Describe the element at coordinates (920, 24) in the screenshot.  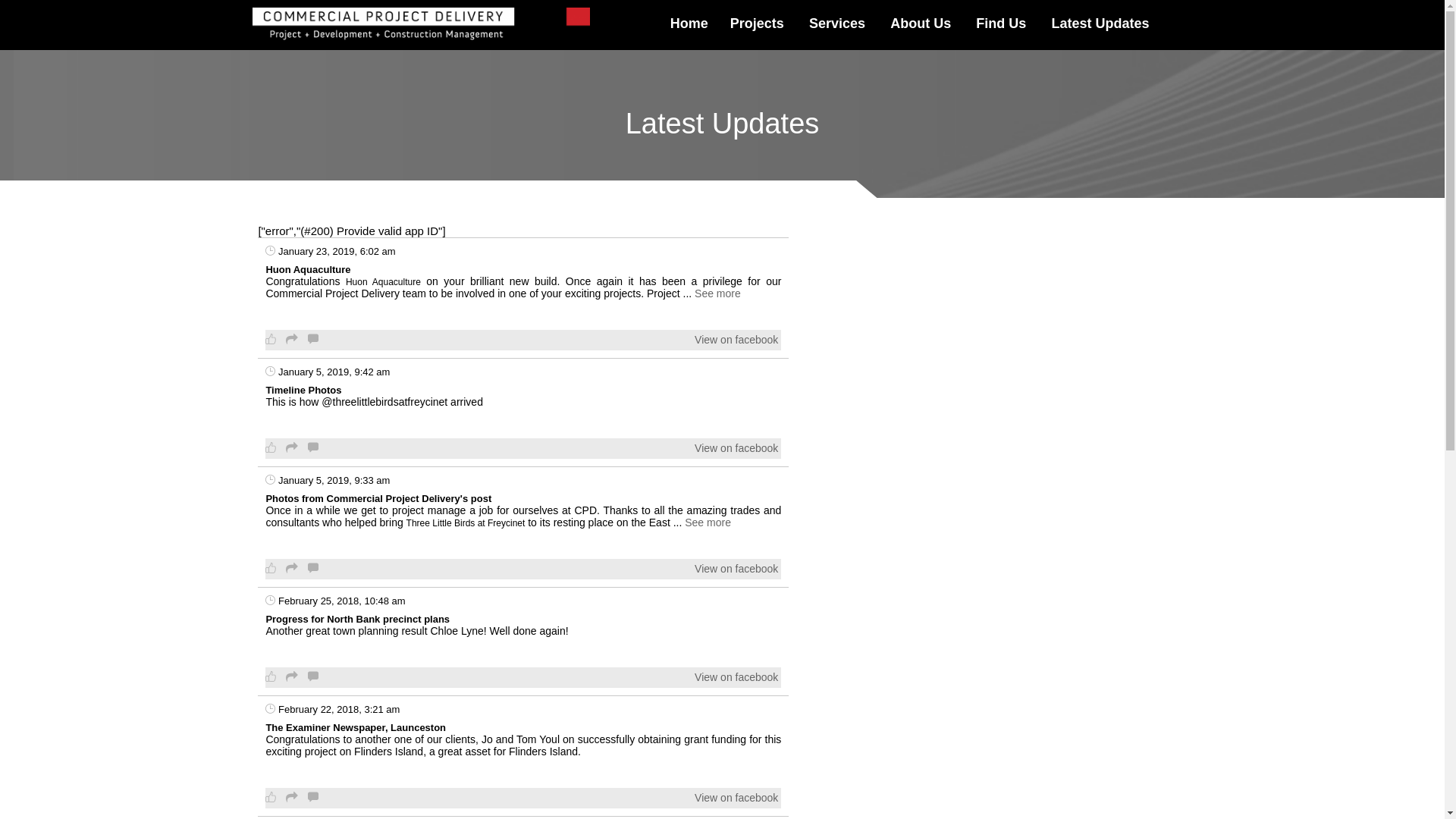
I see `'About Us'` at that location.